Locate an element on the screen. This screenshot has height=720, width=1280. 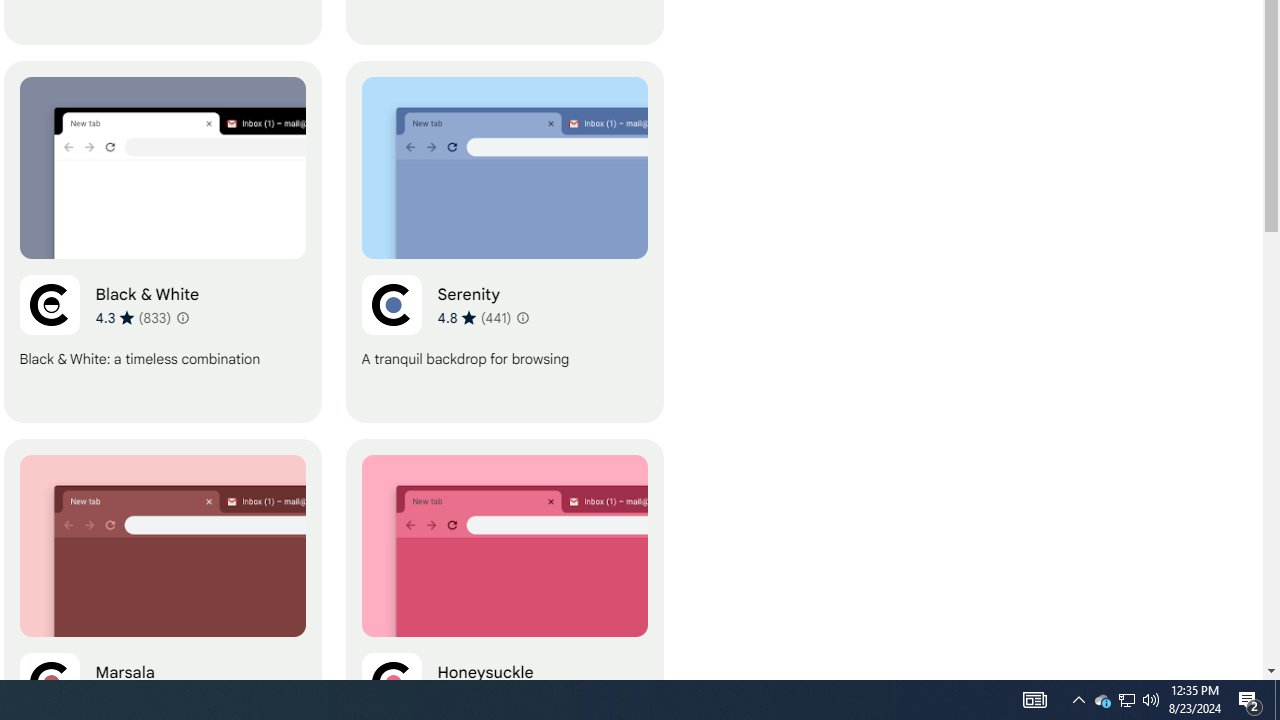
'Black & White' is located at coordinates (162, 241).